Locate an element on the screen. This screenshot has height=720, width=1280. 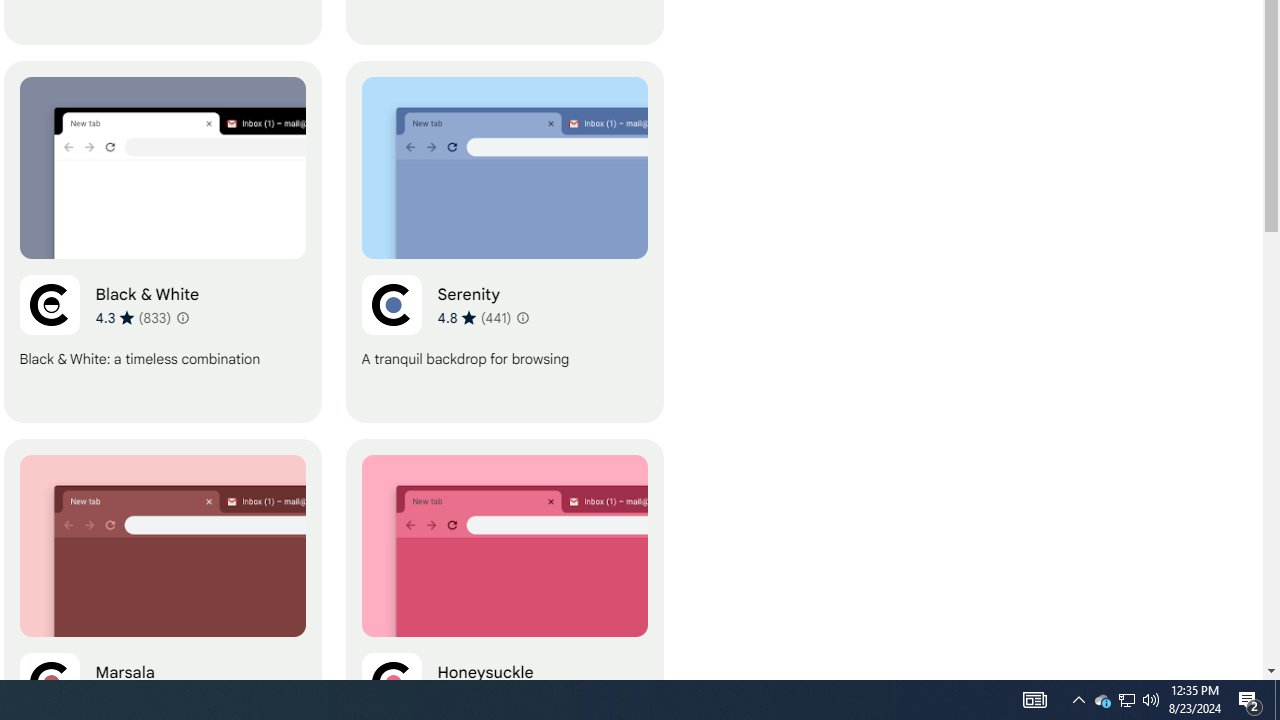
'Black & White' is located at coordinates (162, 241).